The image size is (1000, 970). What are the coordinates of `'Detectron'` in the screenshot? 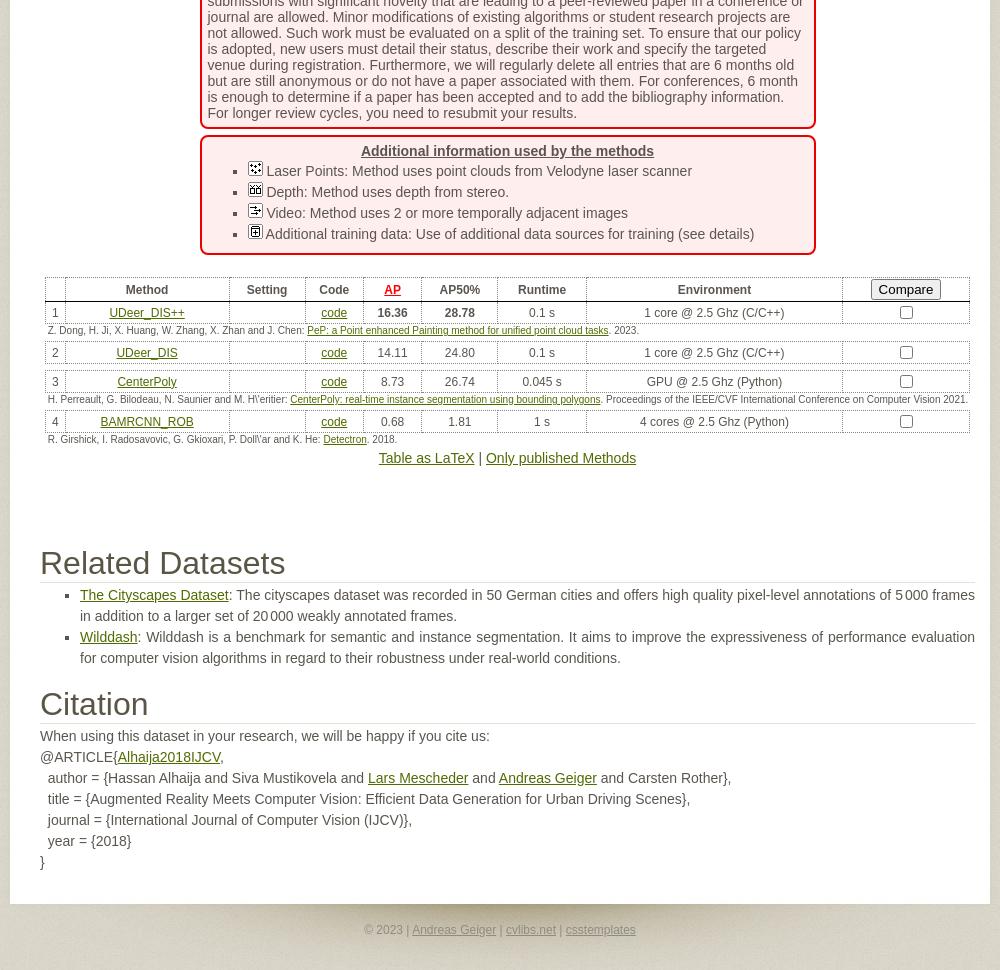 It's located at (322, 438).